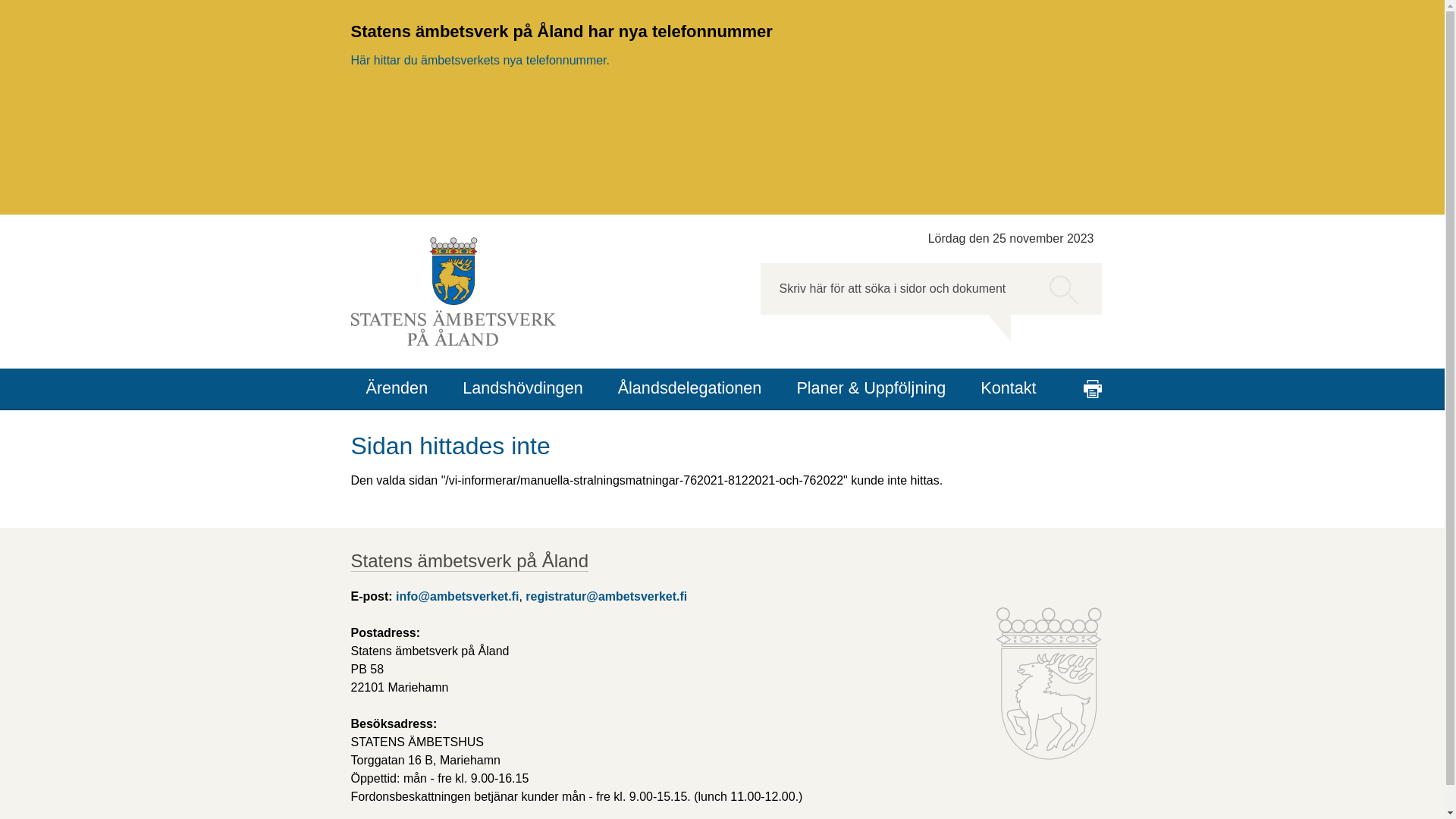 The height and width of the screenshot is (819, 1456). I want to click on 'registratur@ambetsverket.fi', so click(605, 596).